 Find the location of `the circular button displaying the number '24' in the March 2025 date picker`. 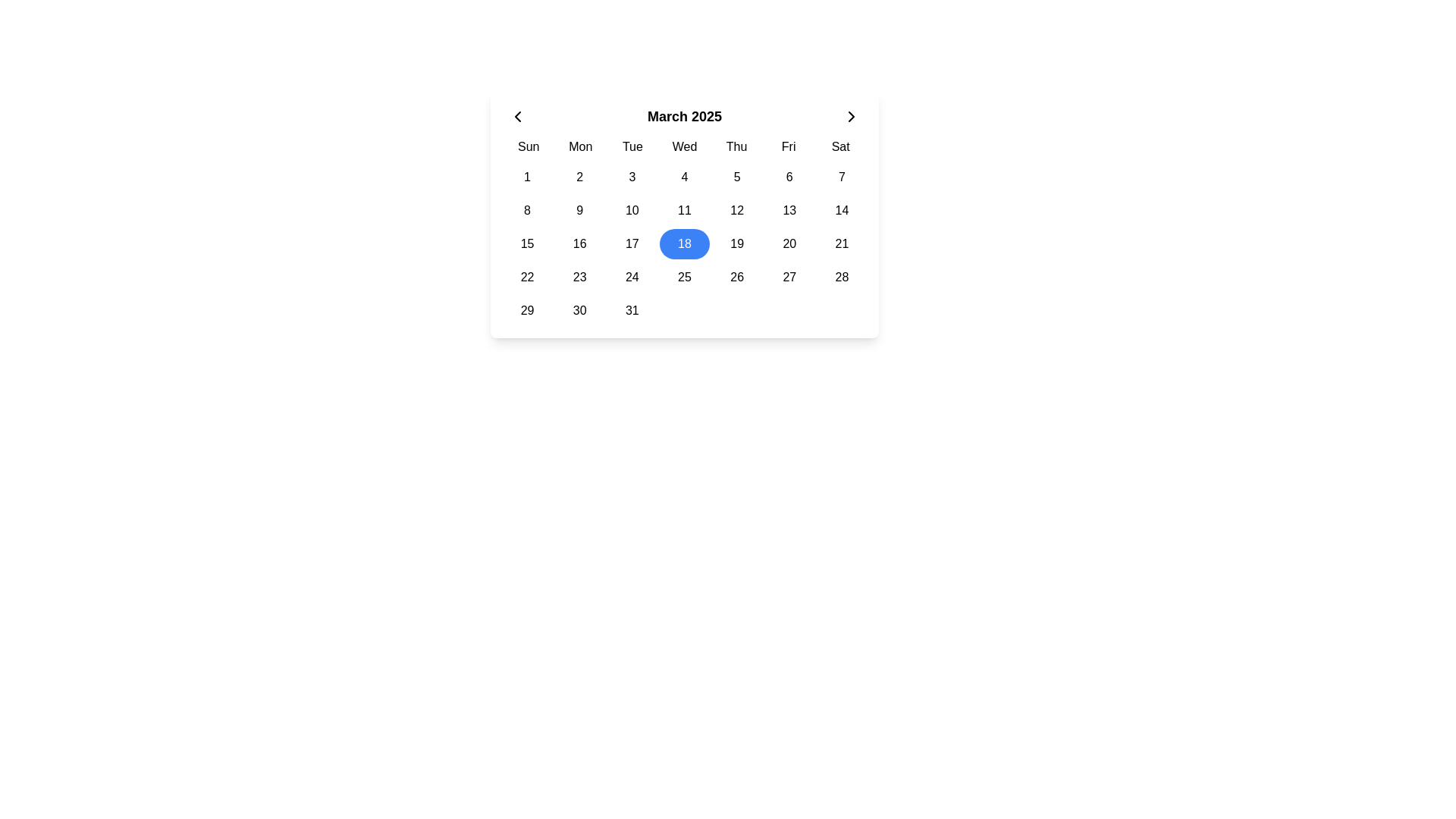

the circular button displaying the number '24' in the March 2025 date picker is located at coordinates (632, 278).